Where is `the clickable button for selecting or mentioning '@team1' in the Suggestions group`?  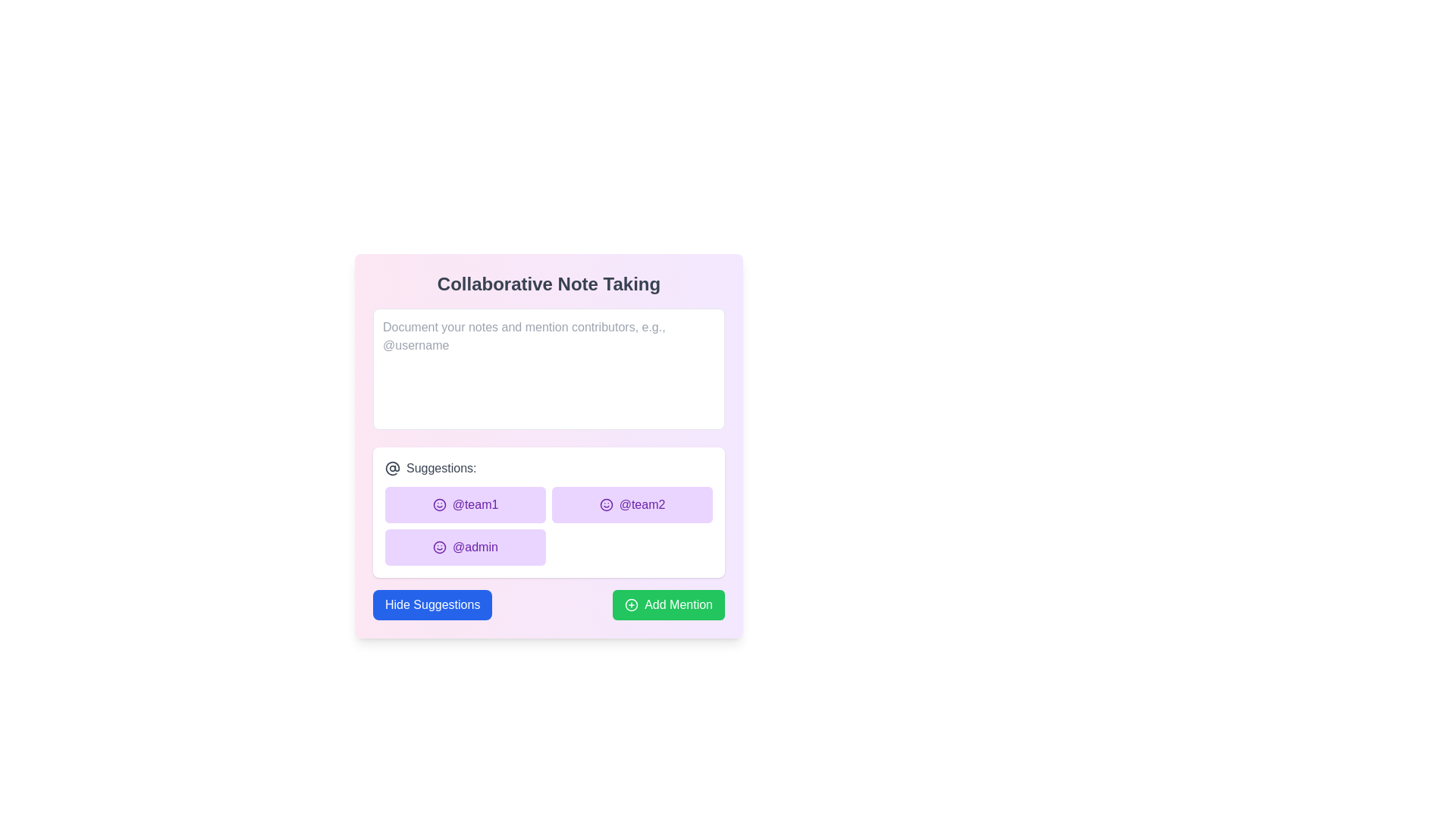
the clickable button for selecting or mentioning '@team1' in the Suggestions group is located at coordinates (465, 505).